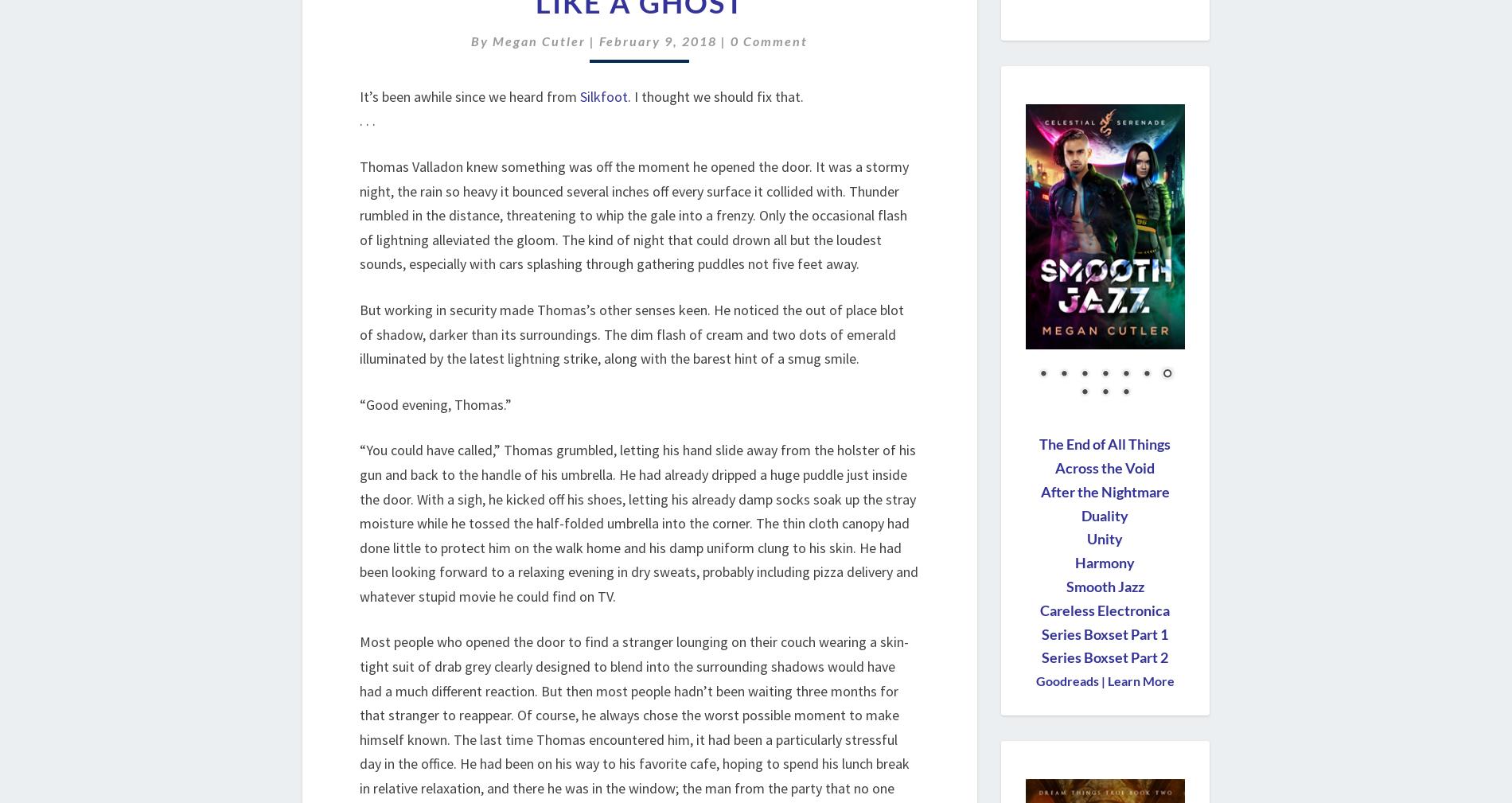 The width and height of the screenshot is (1512, 803). I want to click on 'February 9, 2018', so click(659, 39).